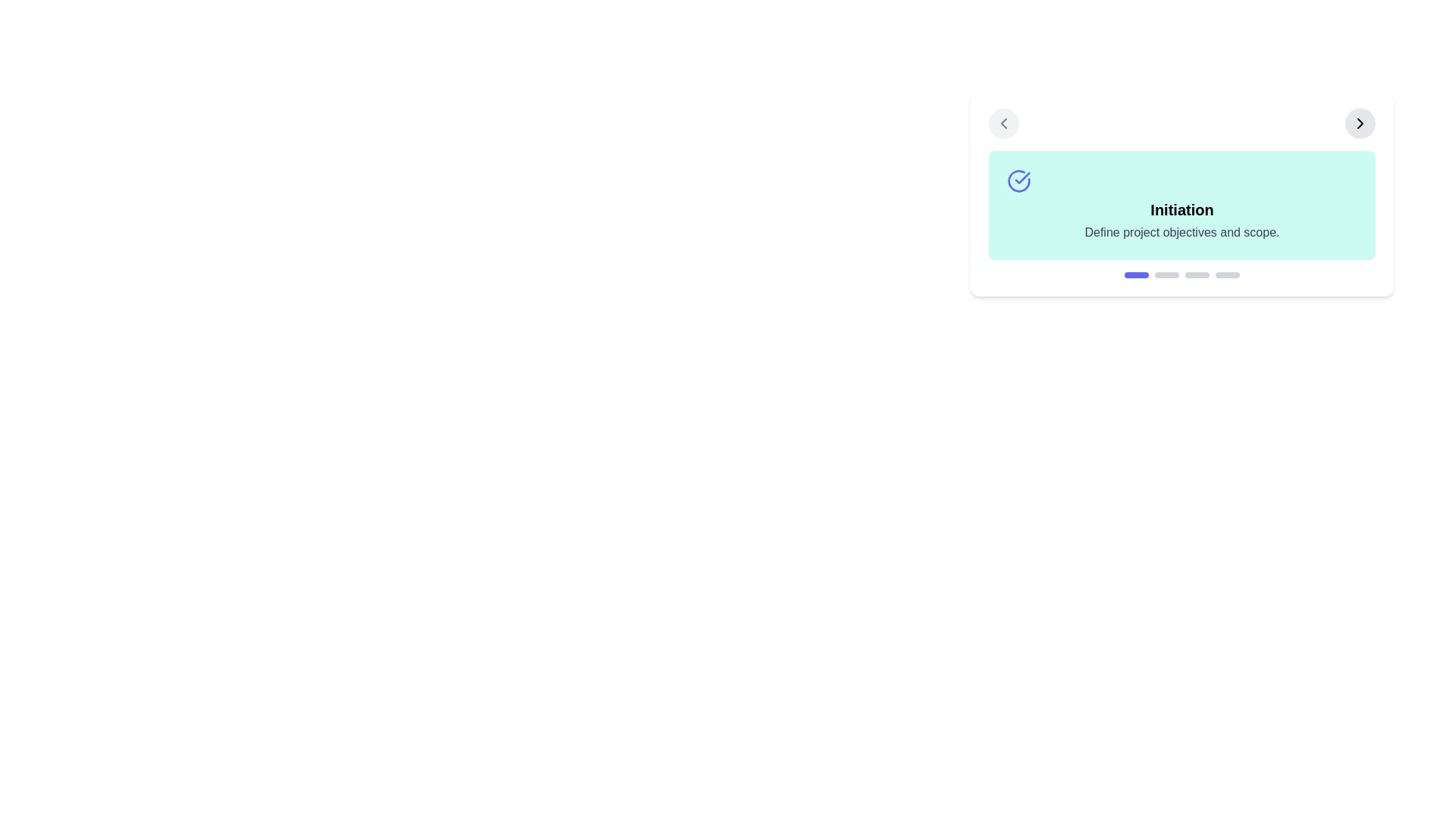 The height and width of the screenshot is (819, 1456). What do you see at coordinates (1004, 122) in the screenshot?
I see `the previous button to navigate to the previous step` at bounding box center [1004, 122].